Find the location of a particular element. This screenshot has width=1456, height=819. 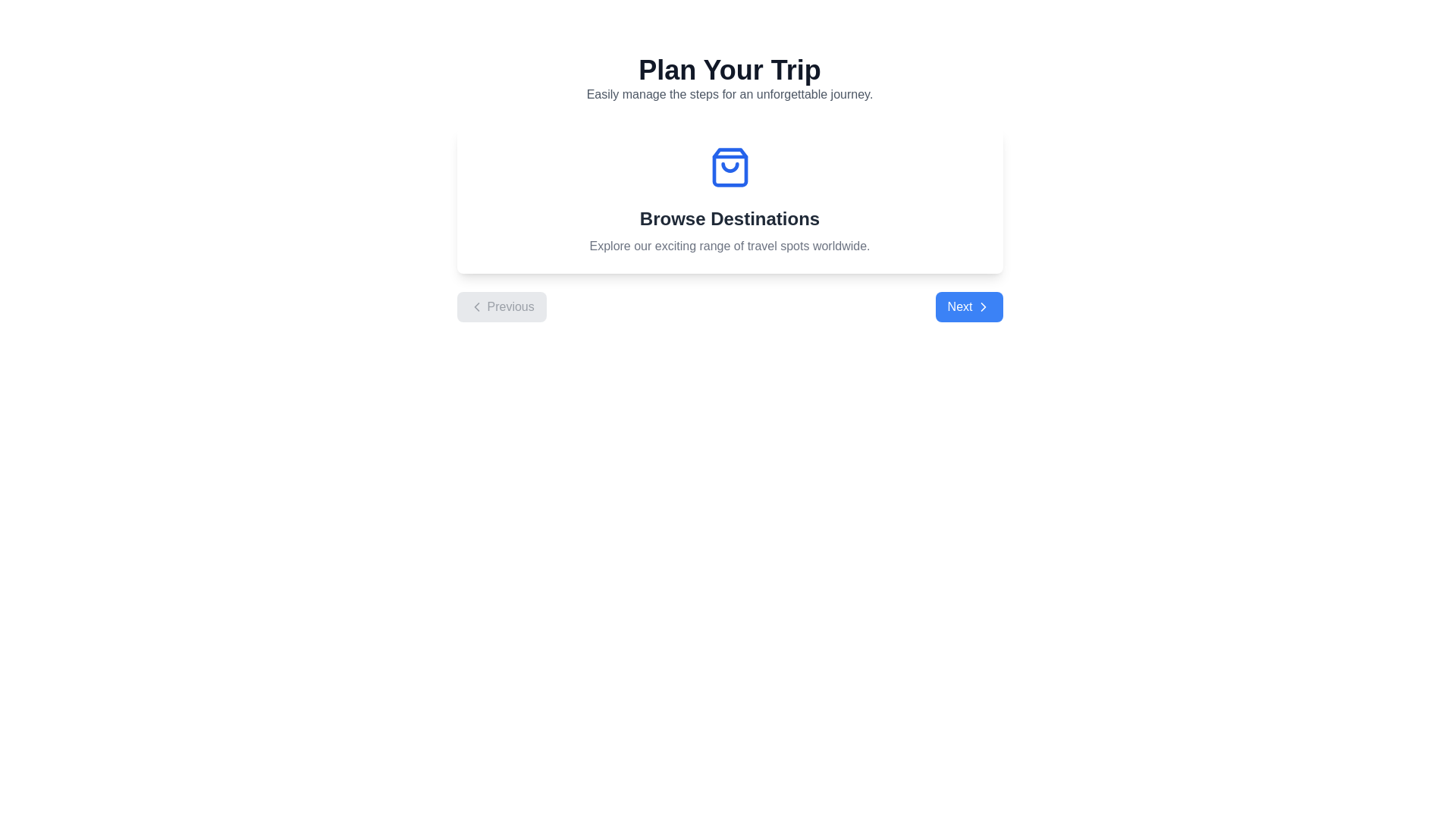

the chevron icon located inside the 'Next' button at the bottom right of the interface is located at coordinates (983, 307).